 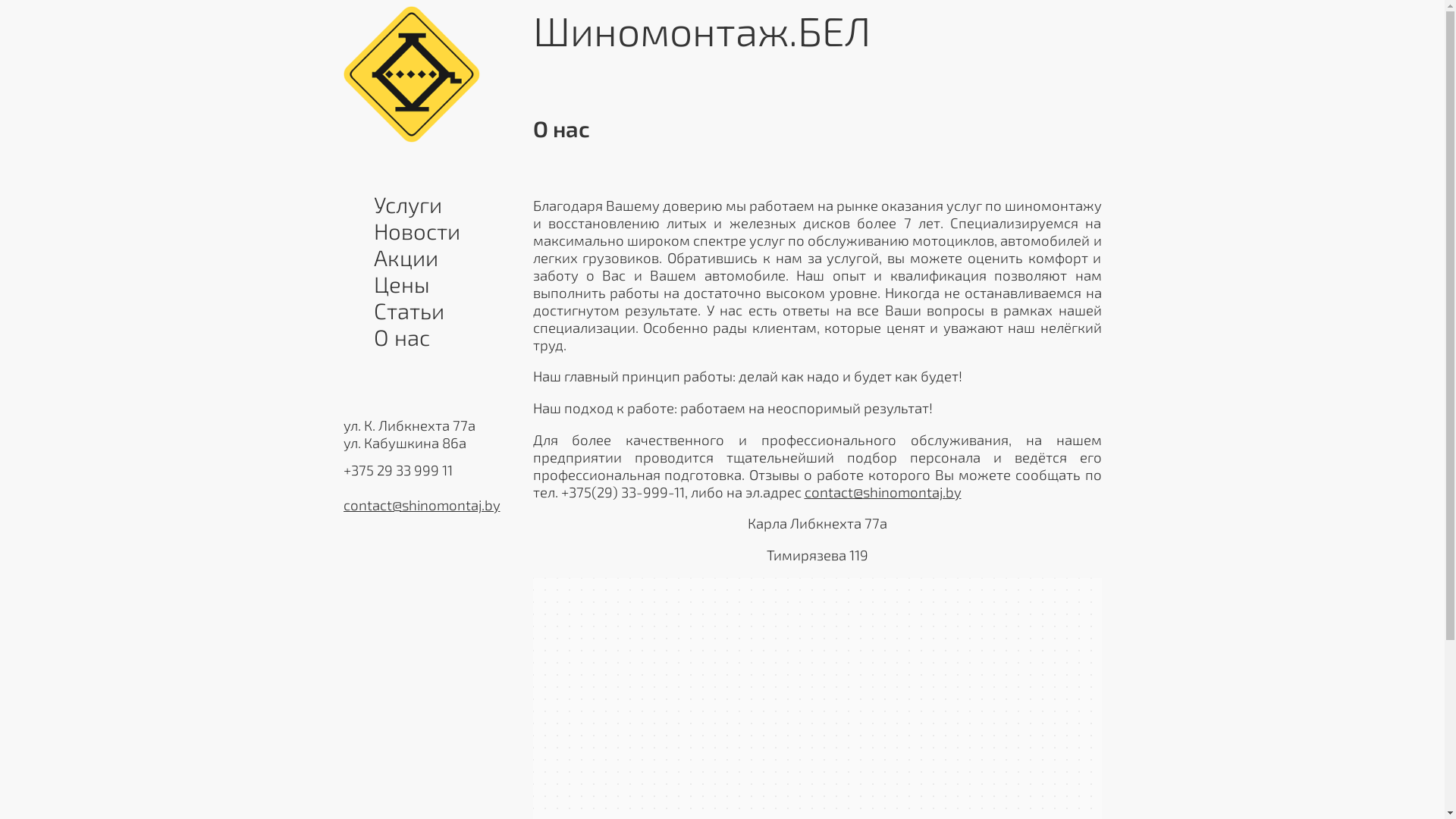 I want to click on 'contact@shinomontaj.by', so click(x=421, y=504).